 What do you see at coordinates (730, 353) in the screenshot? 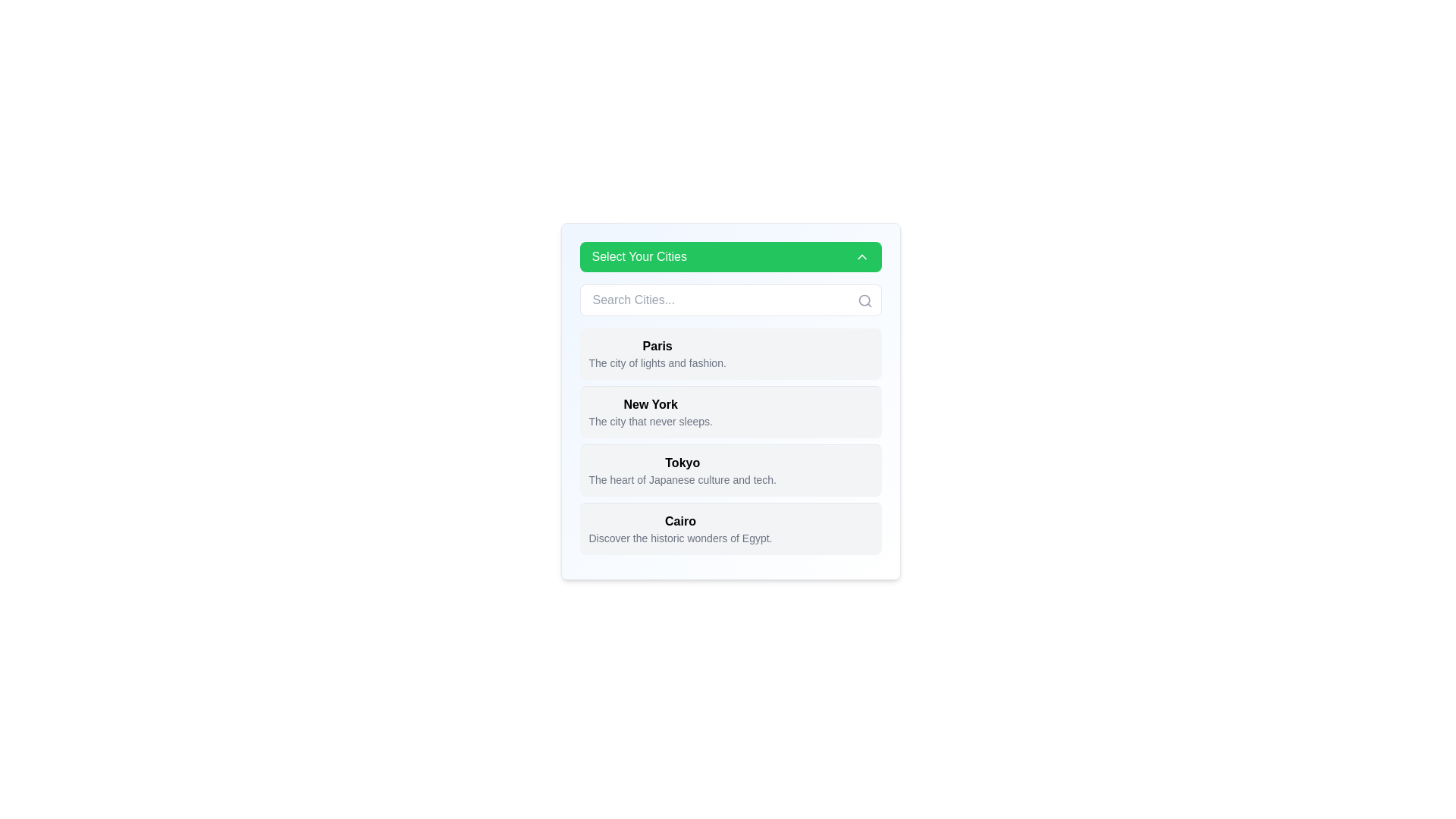
I see `the 'Paris' button-like list item, which is the first element in a vertical list below the 'Search Cities...' search bar` at bounding box center [730, 353].